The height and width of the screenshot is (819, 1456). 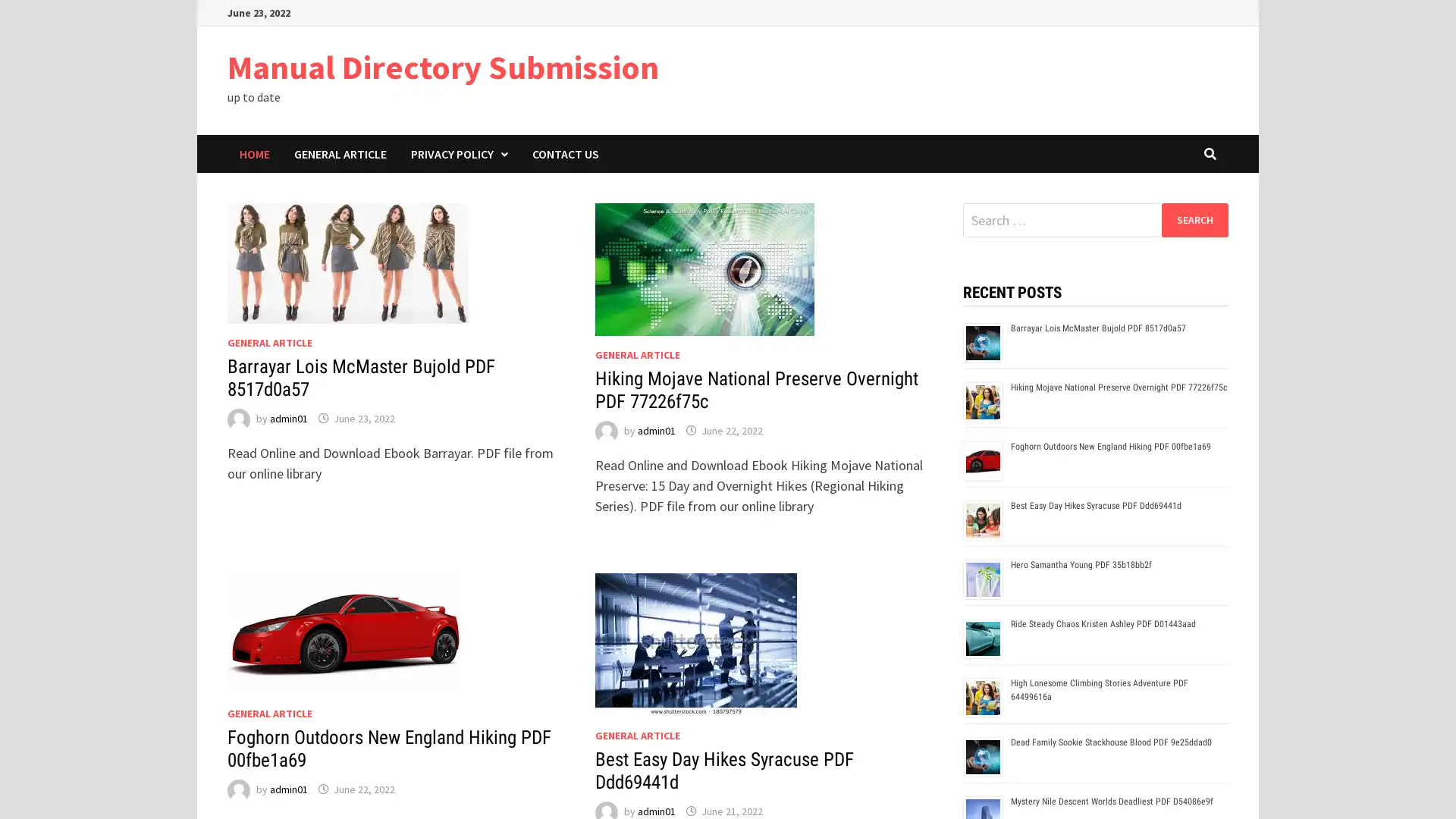 What do you see at coordinates (1194, 219) in the screenshot?
I see `Search` at bounding box center [1194, 219].